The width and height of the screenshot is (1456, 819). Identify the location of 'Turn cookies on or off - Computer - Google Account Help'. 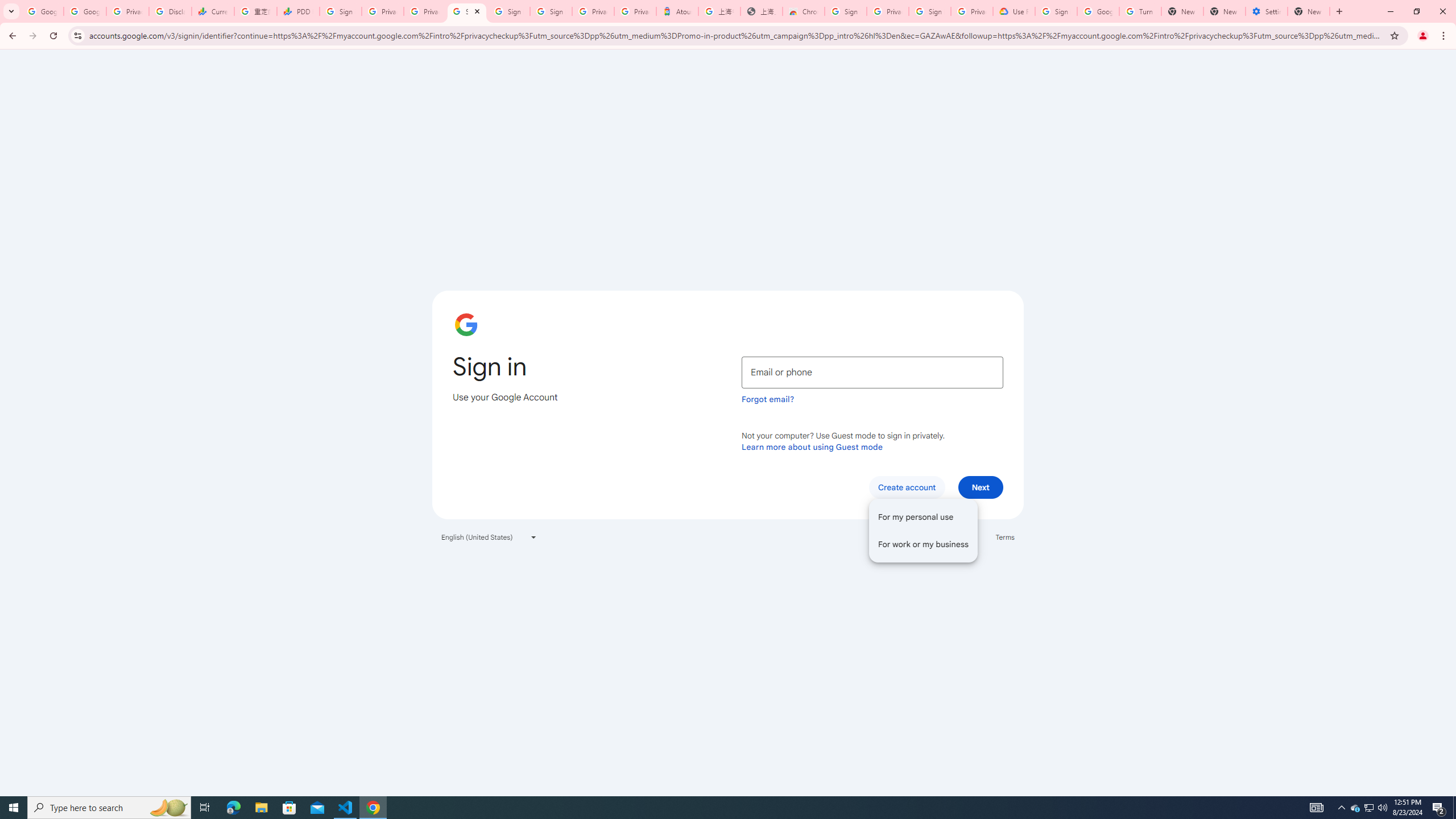
(1139, 11).